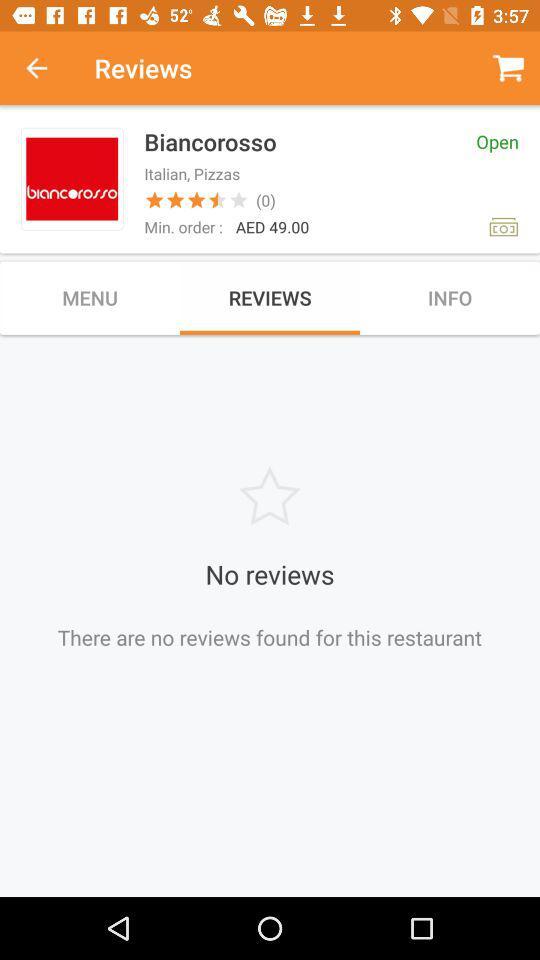 The height and width of the screenshot is (960, 540). Describe the element at coordinates (47, 68) in the screenshot. I see `the icon next to the reviews` at that location.